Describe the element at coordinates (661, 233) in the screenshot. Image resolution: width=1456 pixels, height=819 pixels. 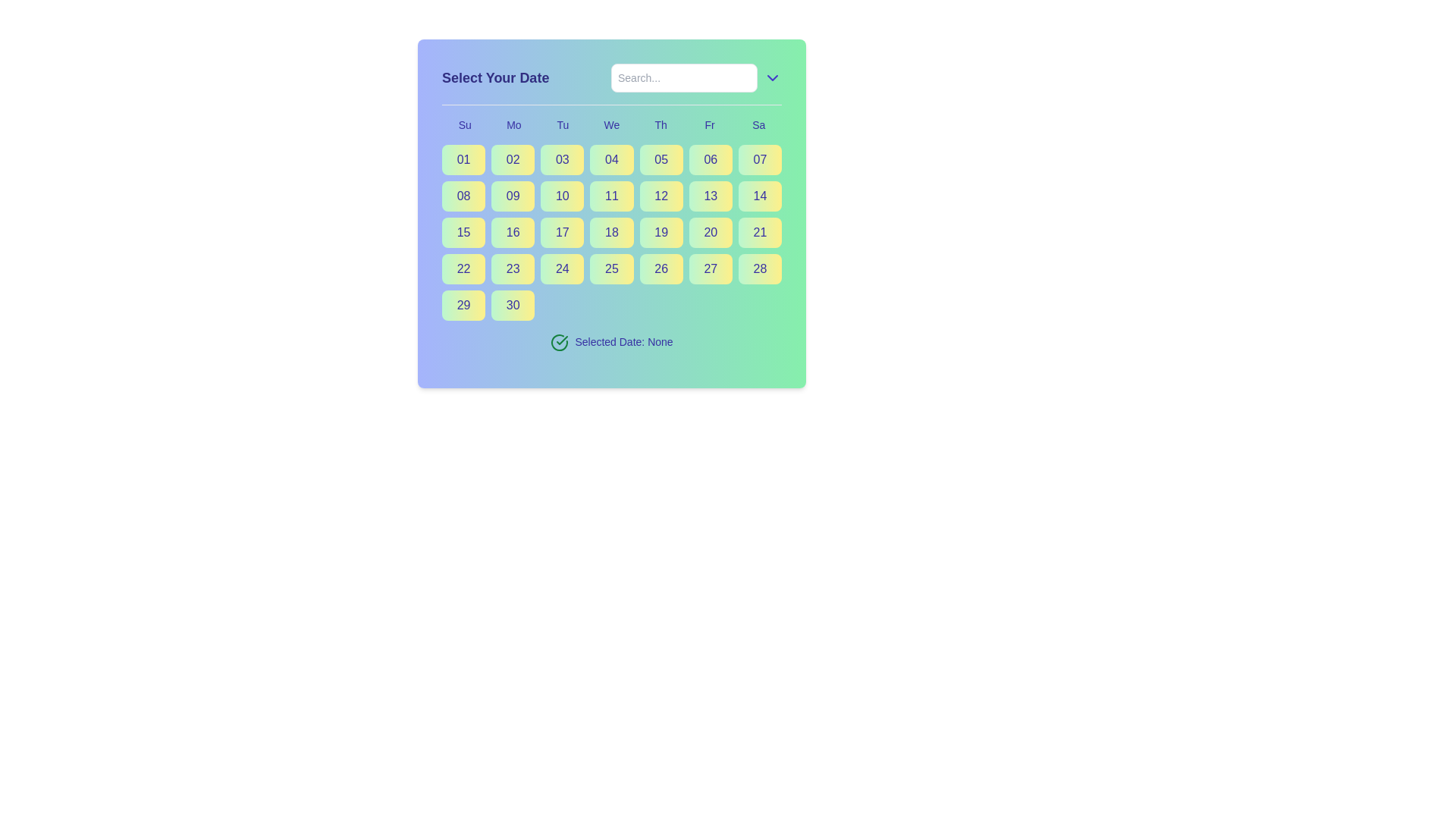
I see `the interactive date selection button for the 19th of the month, located in the sixth row under the 'Th' (Thursday) column` at that location.